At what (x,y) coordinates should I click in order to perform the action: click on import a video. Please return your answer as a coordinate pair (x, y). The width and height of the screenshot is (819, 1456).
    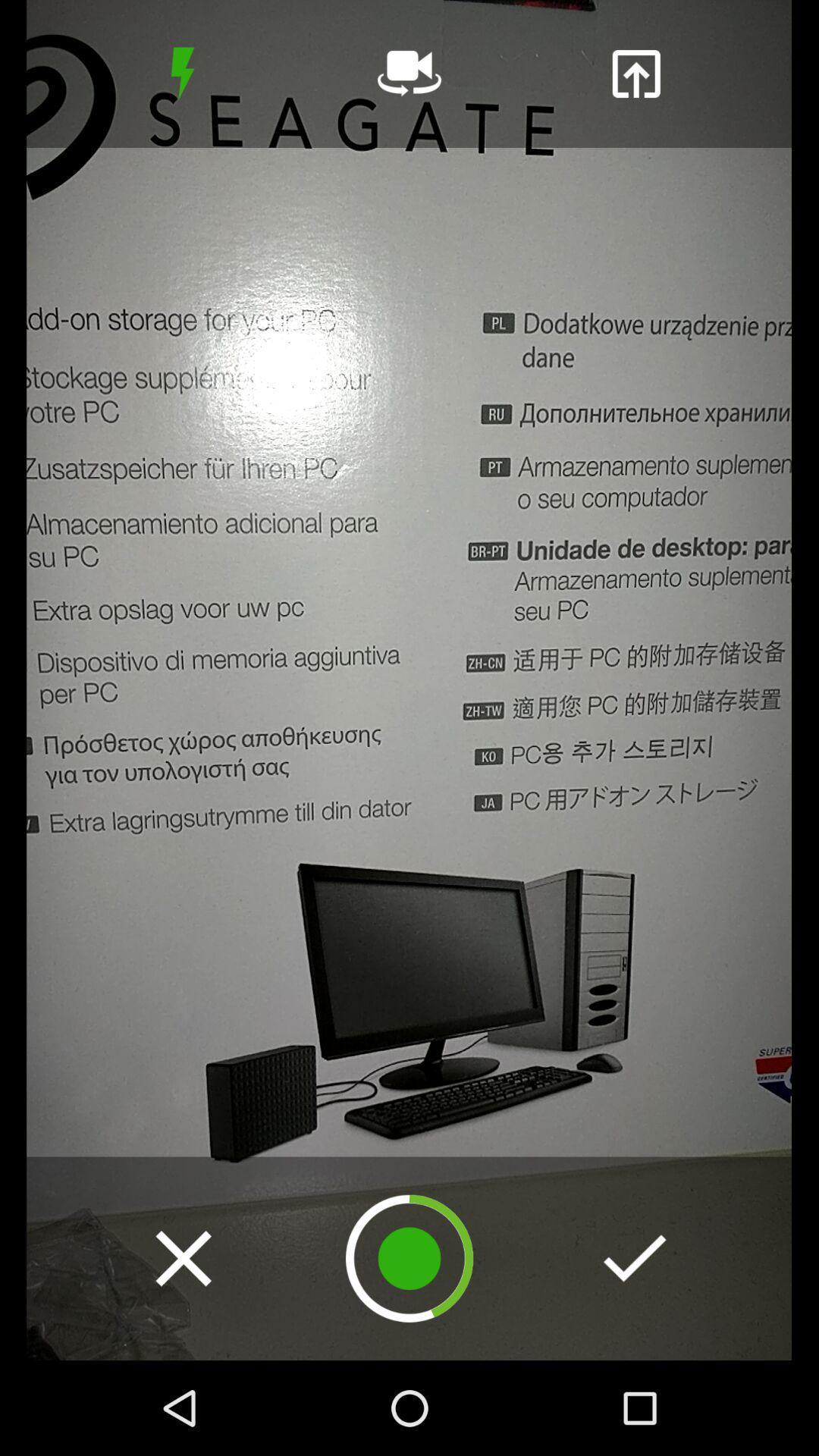
    Looking at the image, I should click on (635, 73).